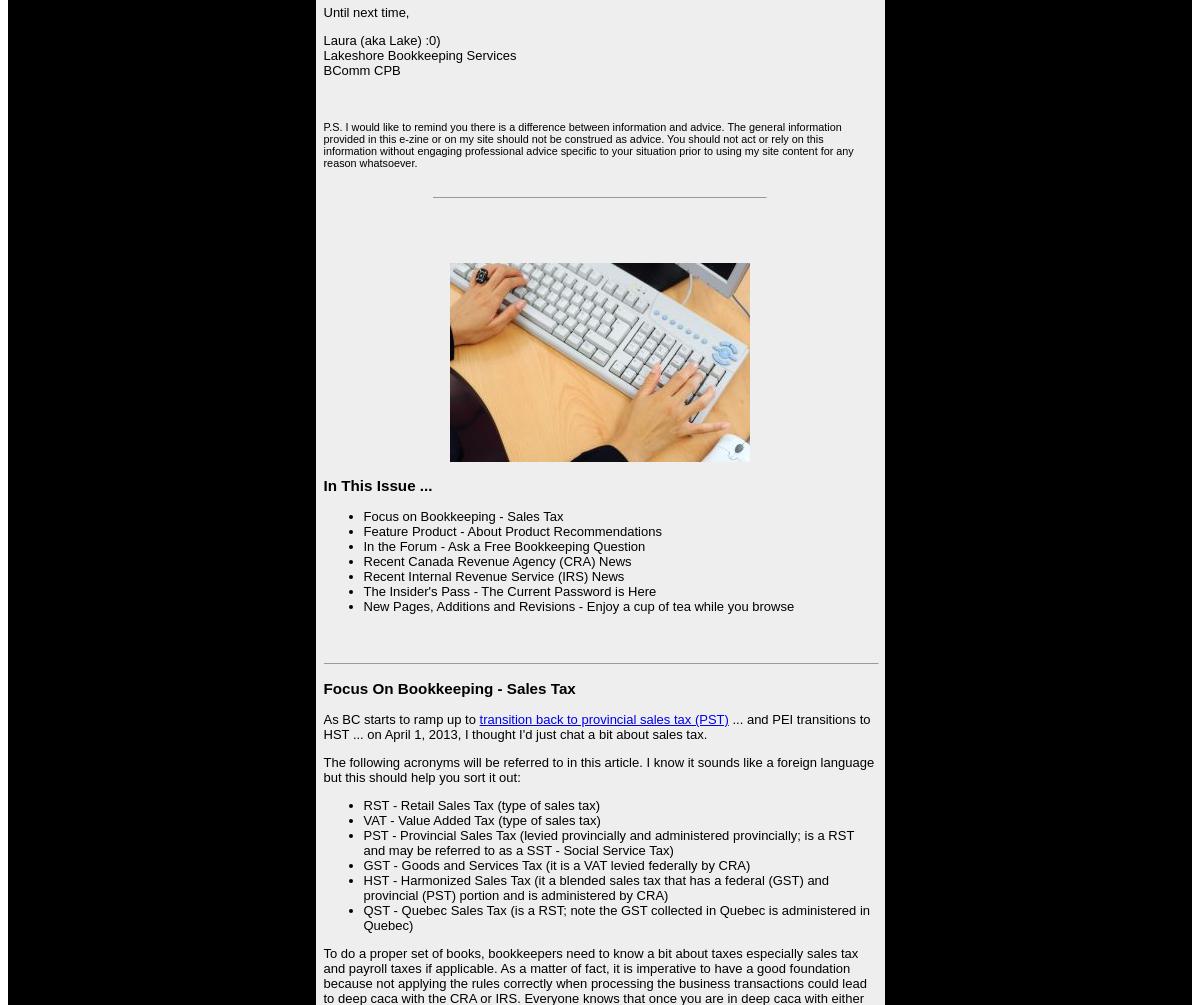 This screenshot has height=1005, width=1200. Describe the element at coordinates (616, 915) in the screenshot. I see `'QST - Quebec Sales Tax (is a RST; note the GST collected in Quebec is administered in Quebec)'` at that location.